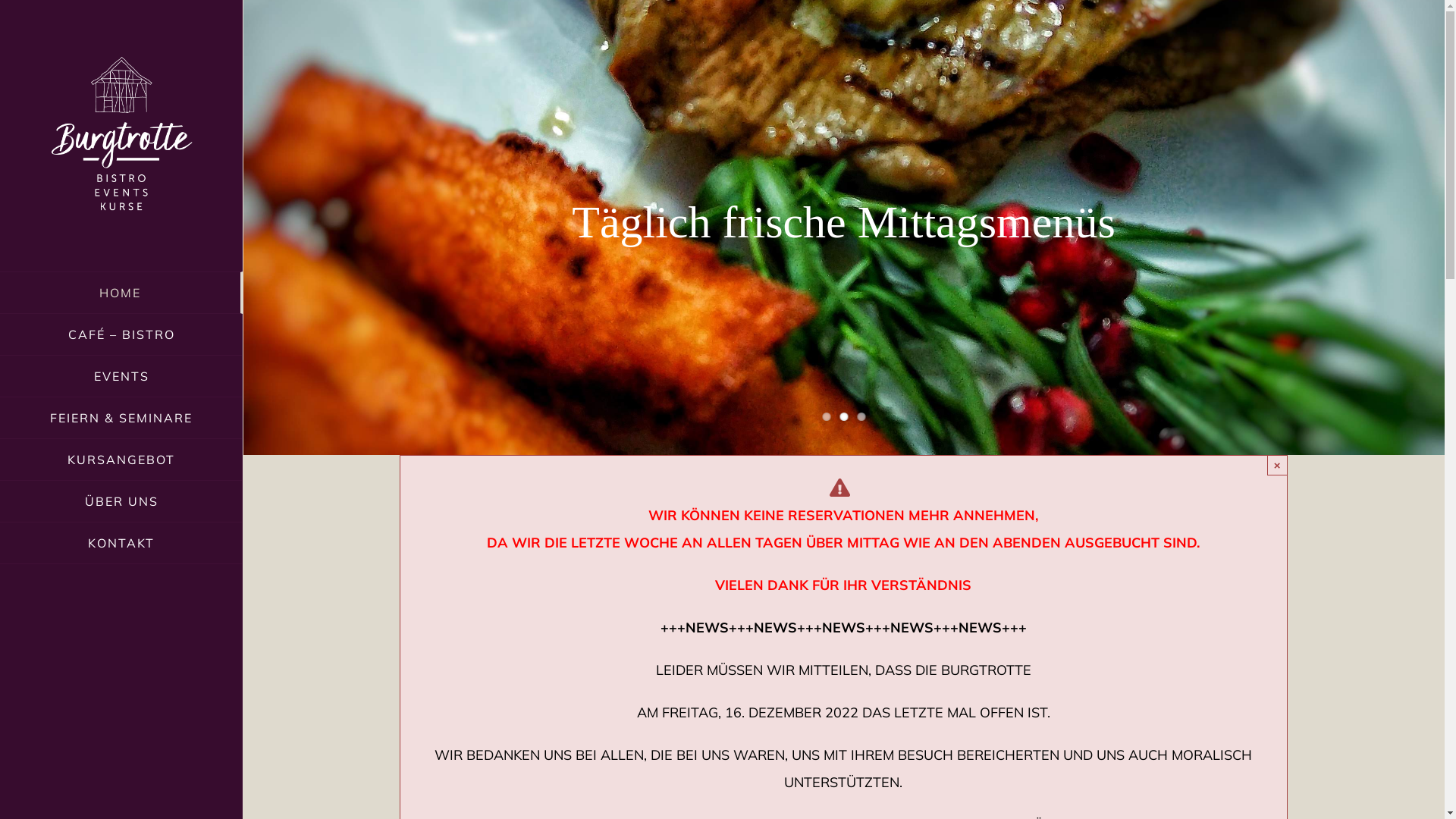 This screenshot has height=819, width=1456. I want to click on '2', so click(843, 416).